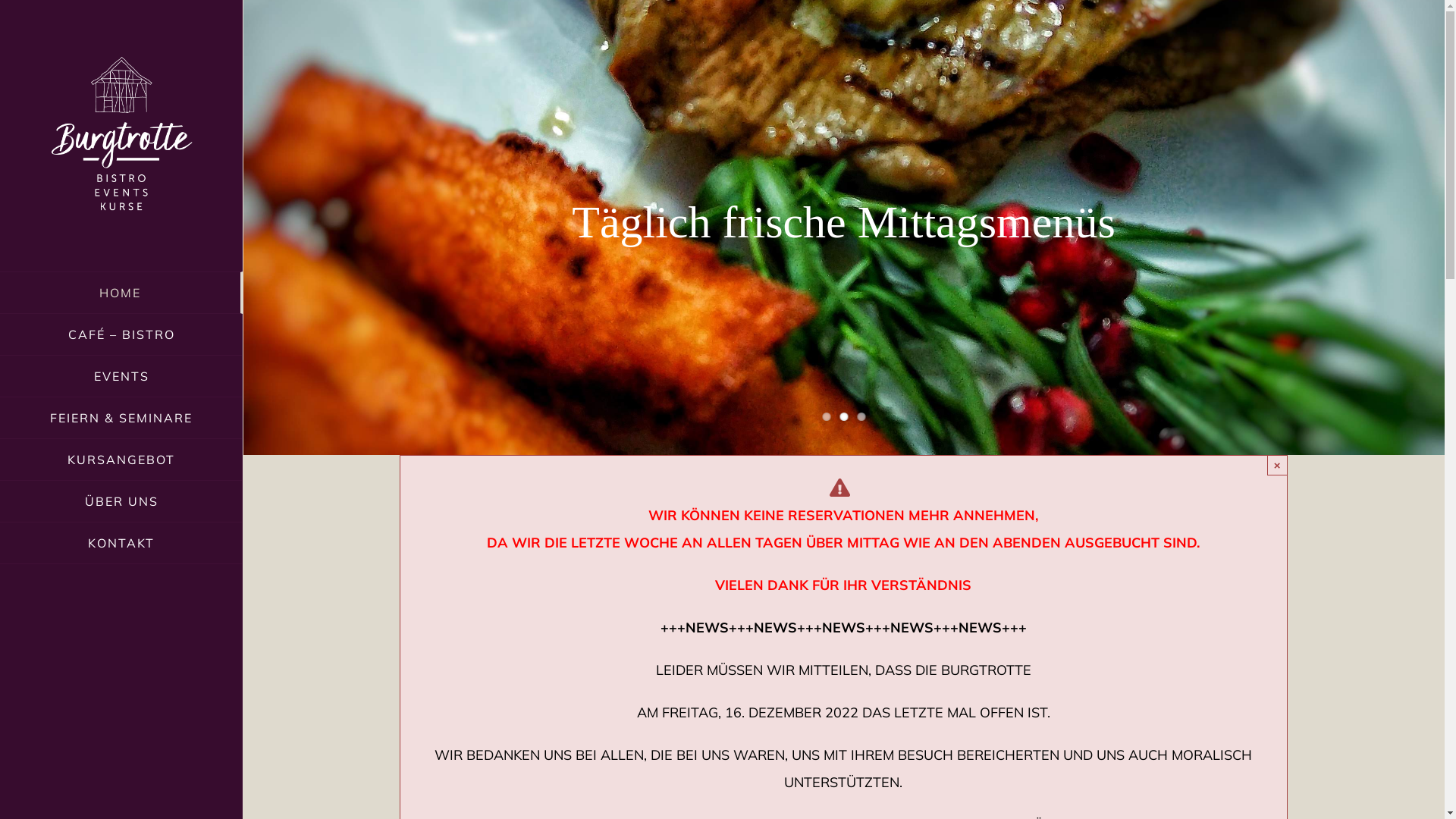 This screenshot has height=819, width=1456. I want to click on '2', so click(843, 416).